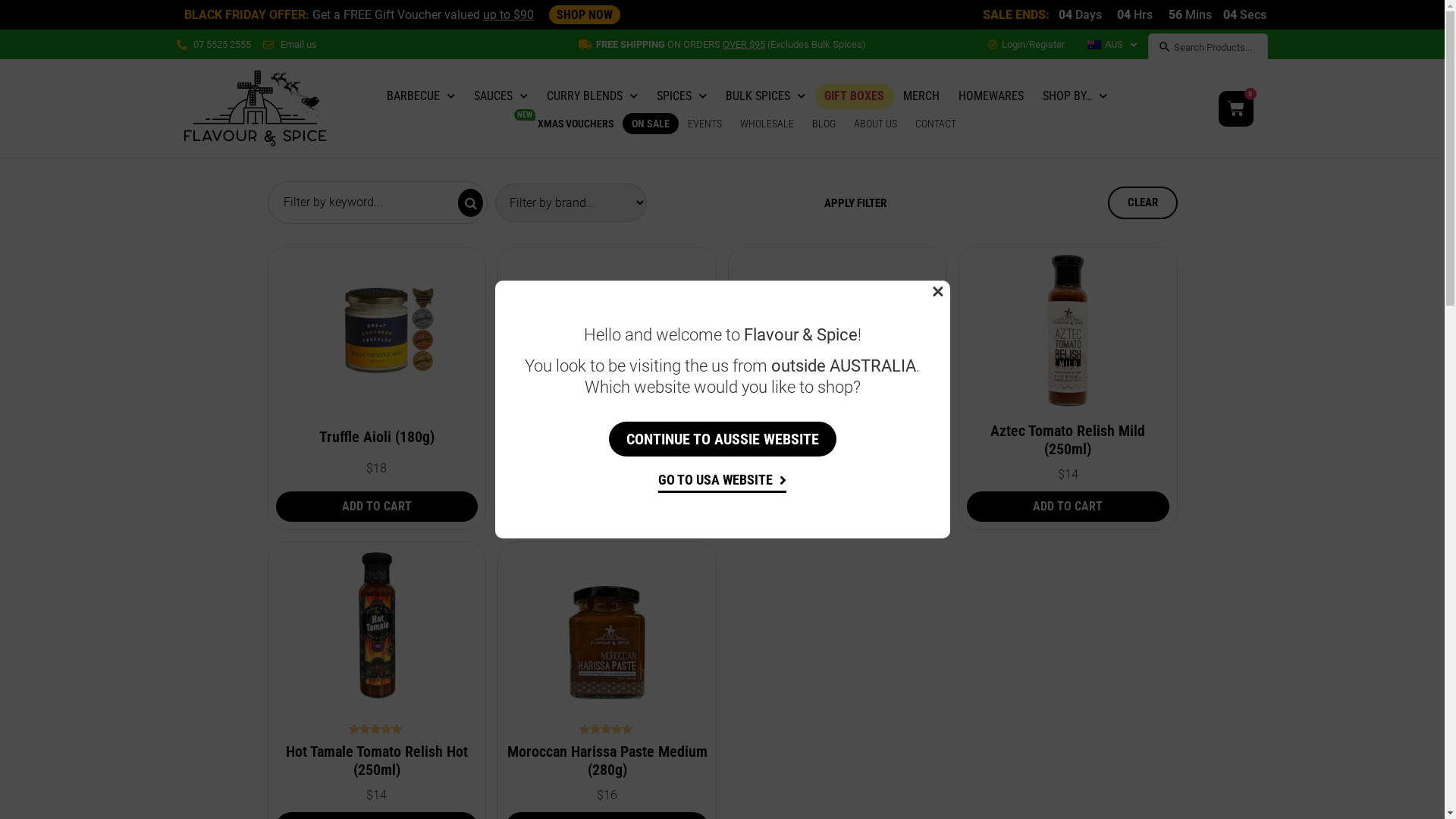  Describe the element at coordinates (1142, 202) in the screenshot. I see `'CLEAR'` at that location.